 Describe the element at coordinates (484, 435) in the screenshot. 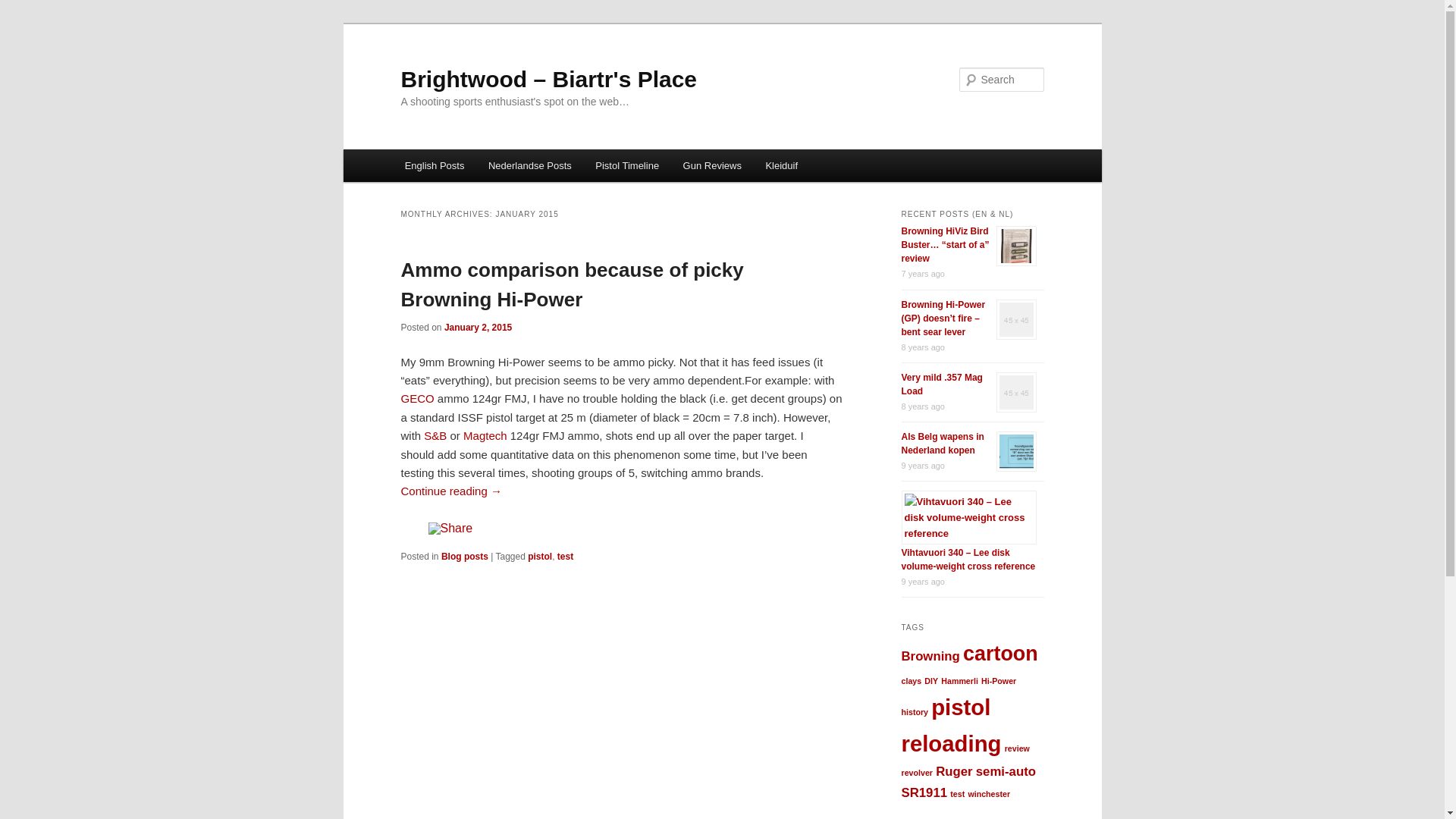

I see `'Magtech'` at that location.